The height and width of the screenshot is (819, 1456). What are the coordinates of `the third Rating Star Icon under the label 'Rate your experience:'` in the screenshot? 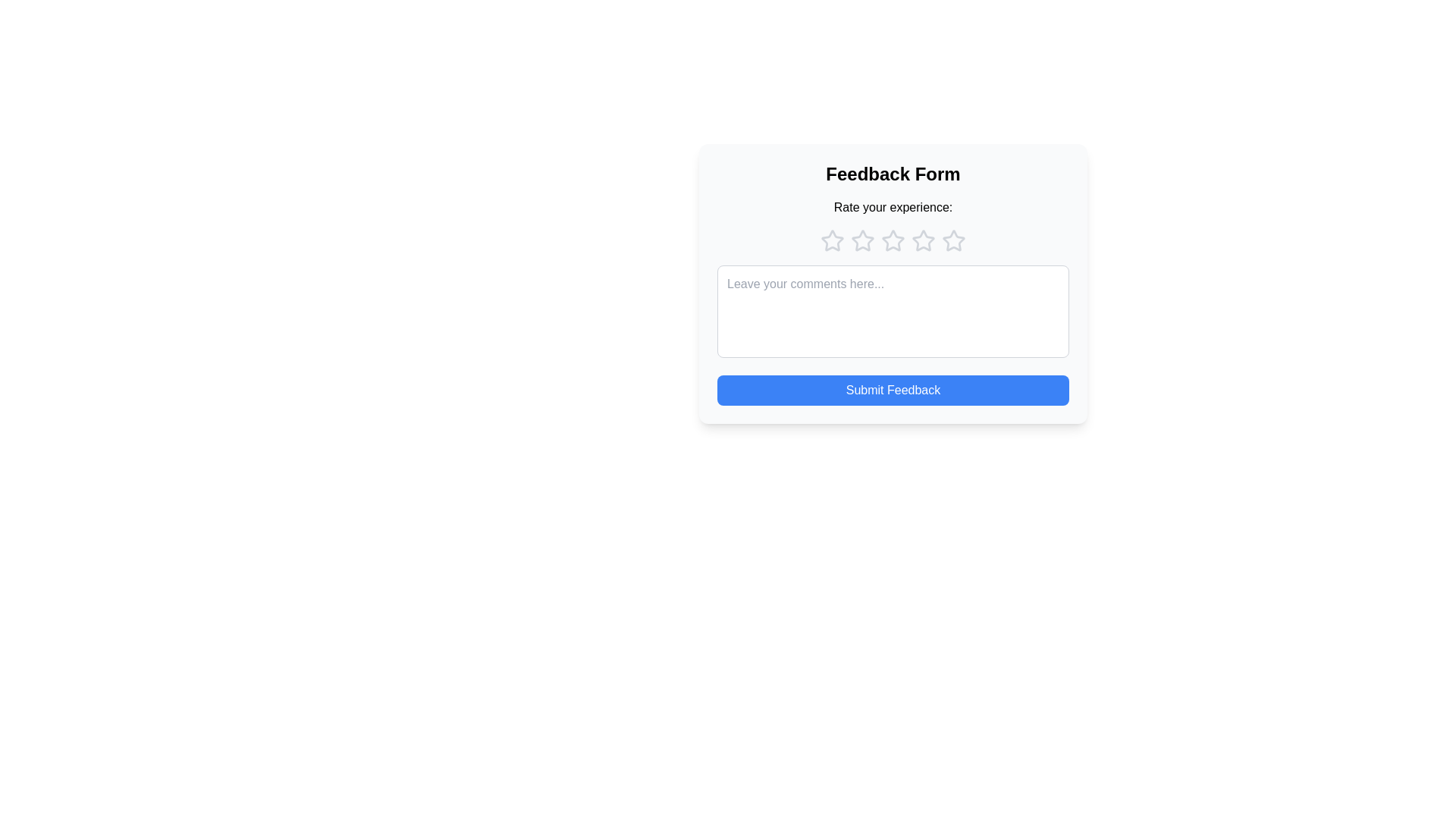 It's located at (892, 239).